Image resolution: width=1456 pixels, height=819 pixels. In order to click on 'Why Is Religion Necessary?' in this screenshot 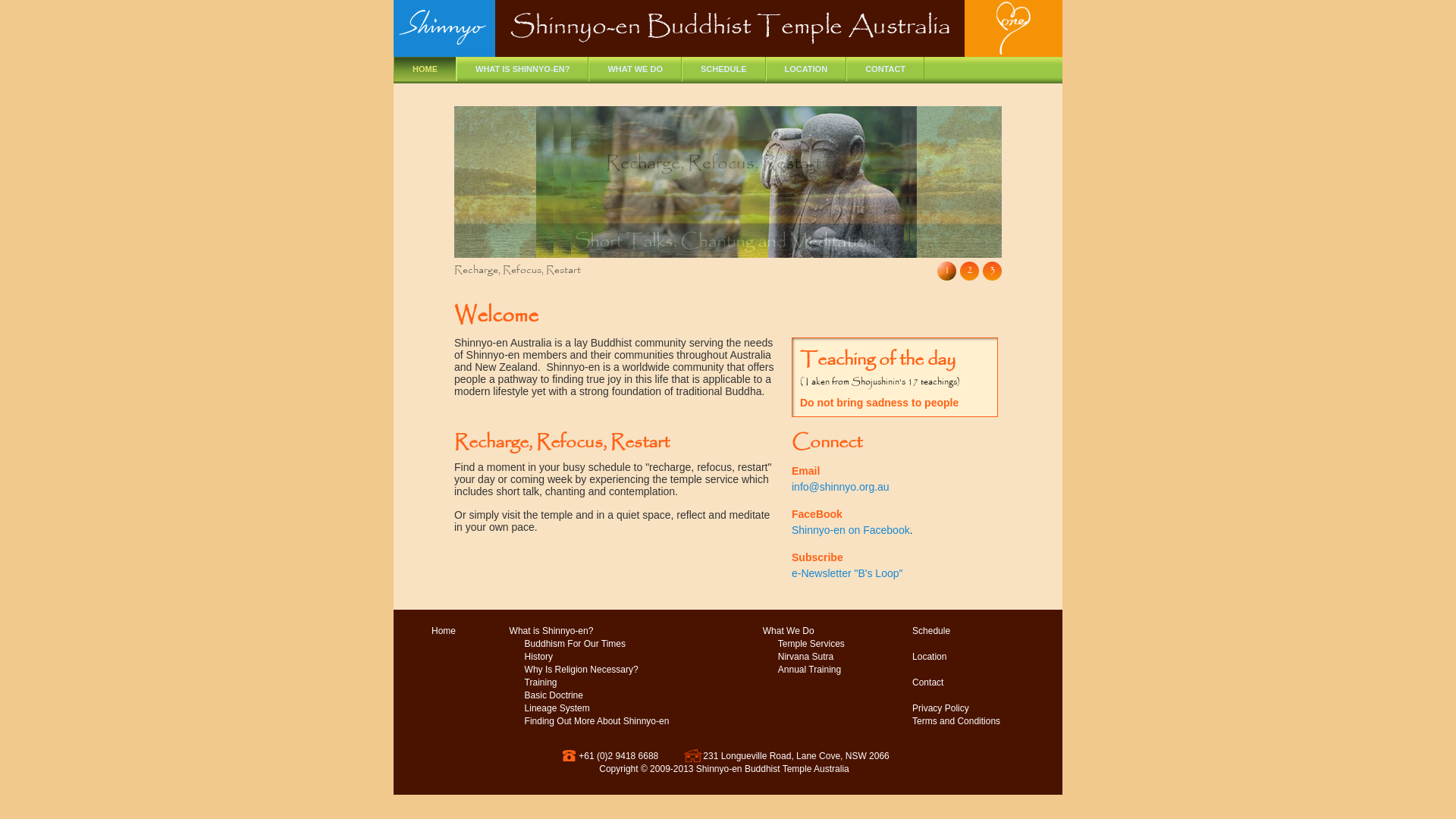, I will do `click(581, 669)`.